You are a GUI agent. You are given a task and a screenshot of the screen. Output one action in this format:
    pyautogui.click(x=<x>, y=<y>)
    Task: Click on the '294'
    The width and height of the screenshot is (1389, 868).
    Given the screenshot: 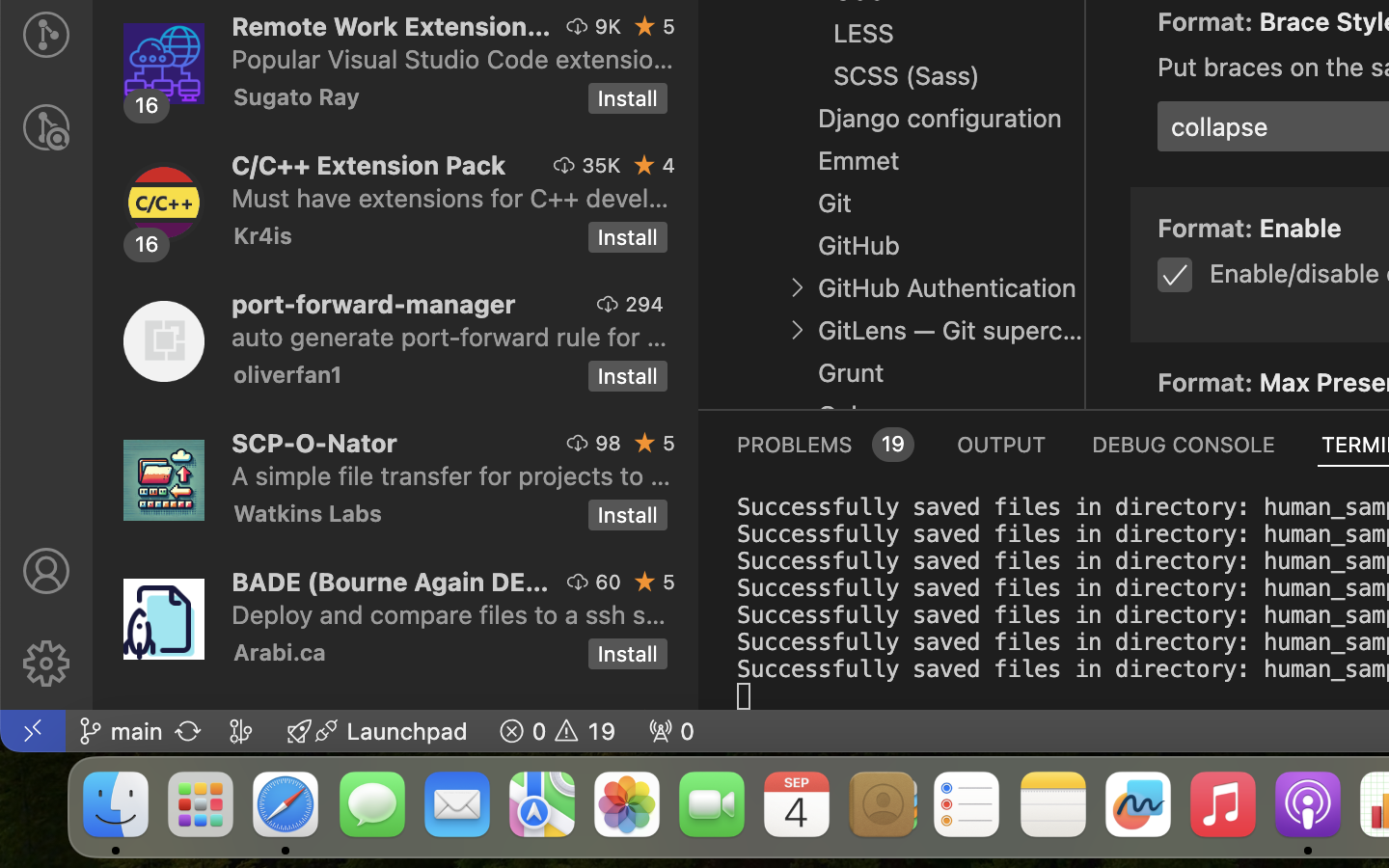 What is the action you would take?
    pyautogui.click(x=644, y=303)
    